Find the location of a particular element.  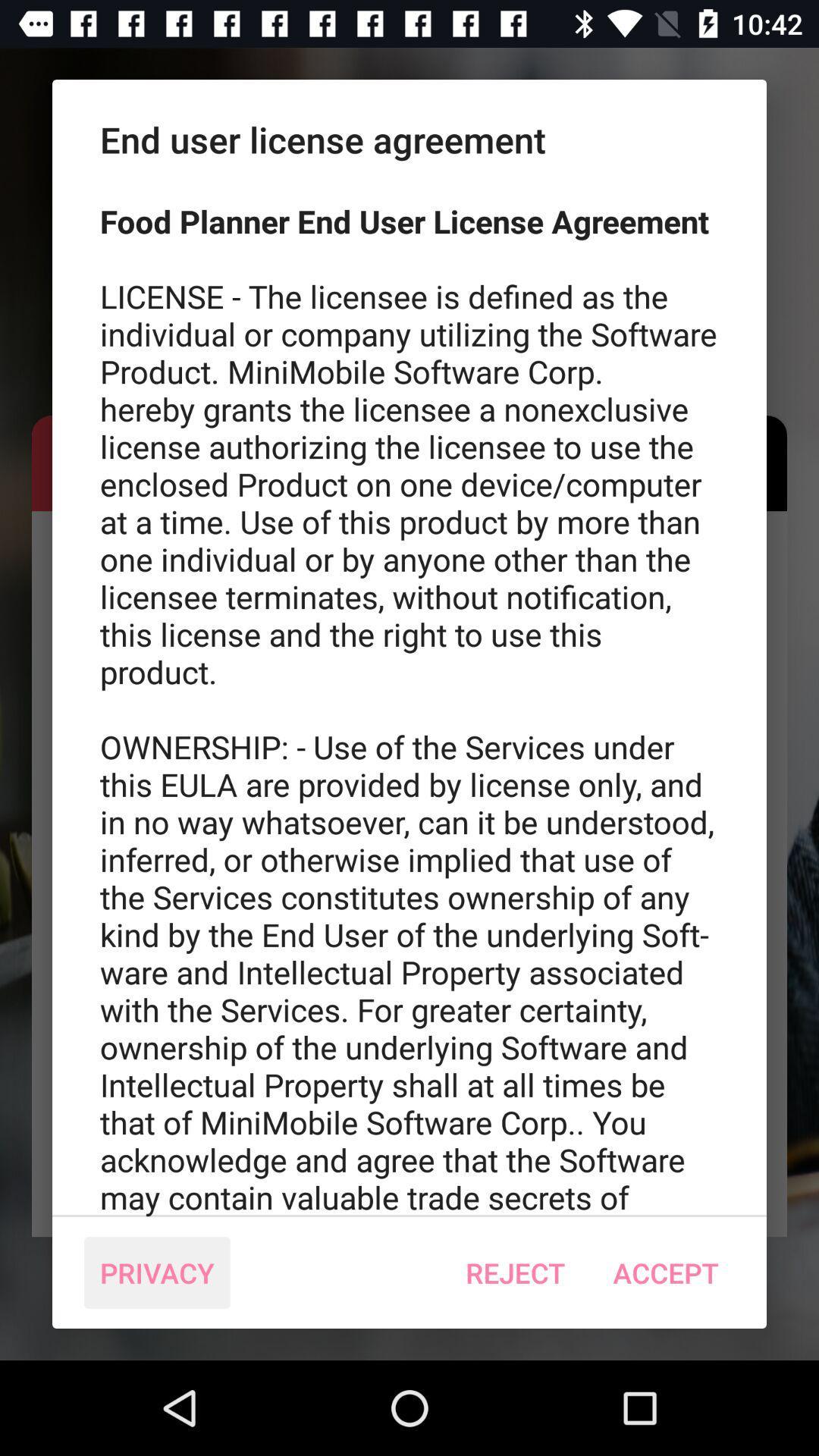

privacy is located at coordinates (157, 1272).